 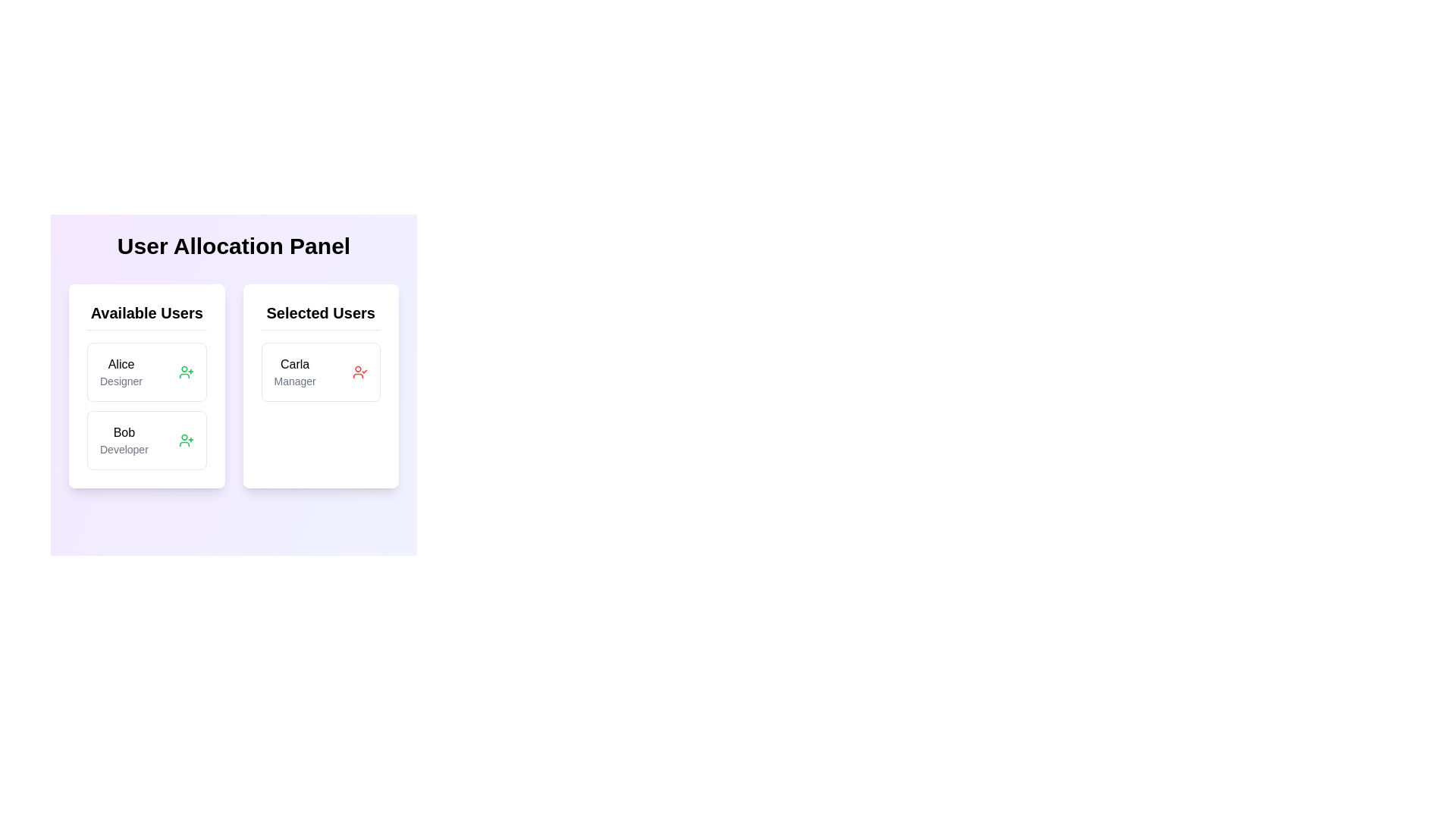 What do you see at coordinates (295, 372) in the screenshot?
I see `the Text Display element that shows 'Carla' in bold and 'Manager' in a smaller greyed-out font, located in the 'Selected Users' section of the User Allocation Panel` at bounding box center [295, 372].